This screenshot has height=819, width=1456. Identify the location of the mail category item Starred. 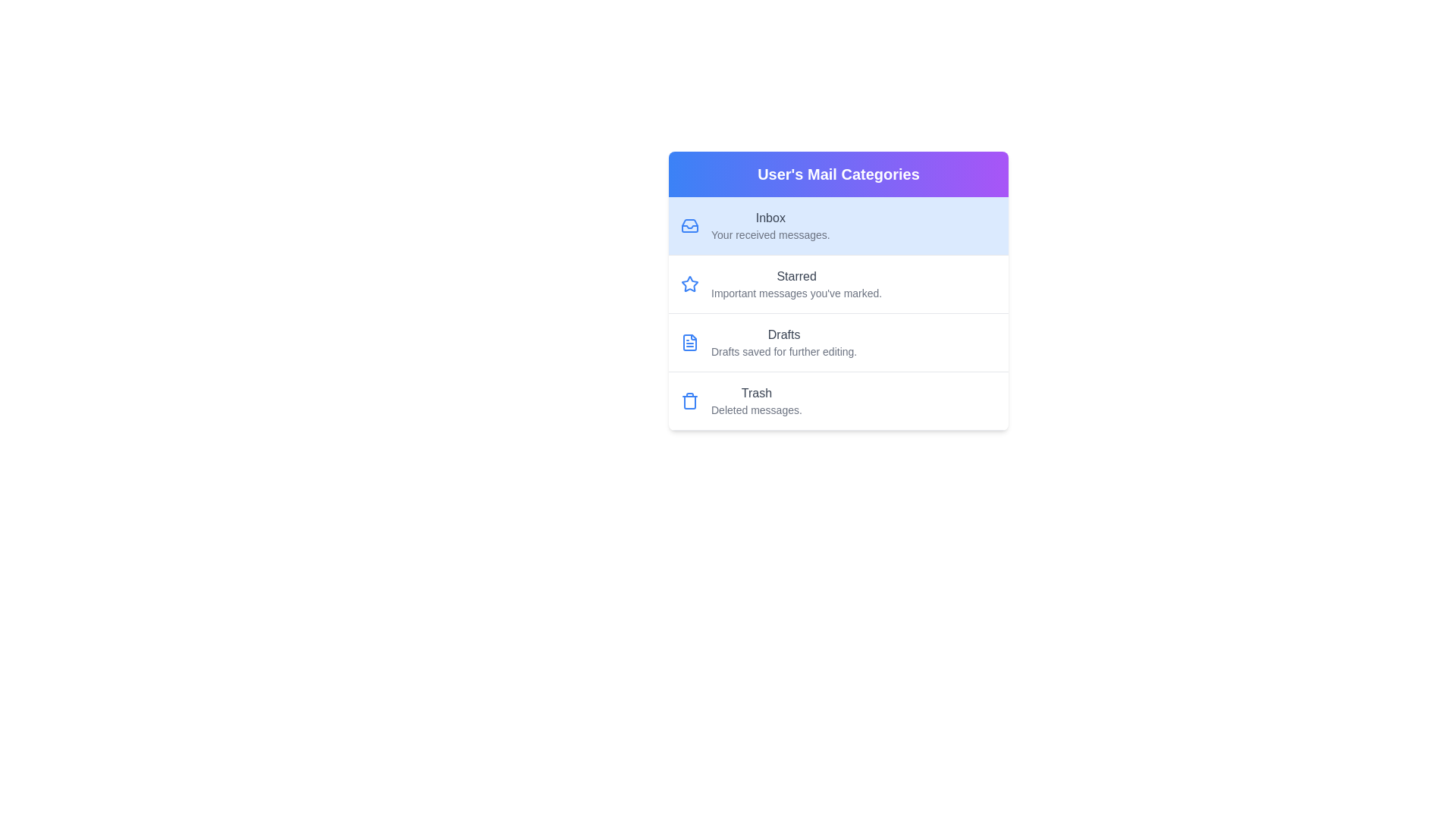
(837, 284).